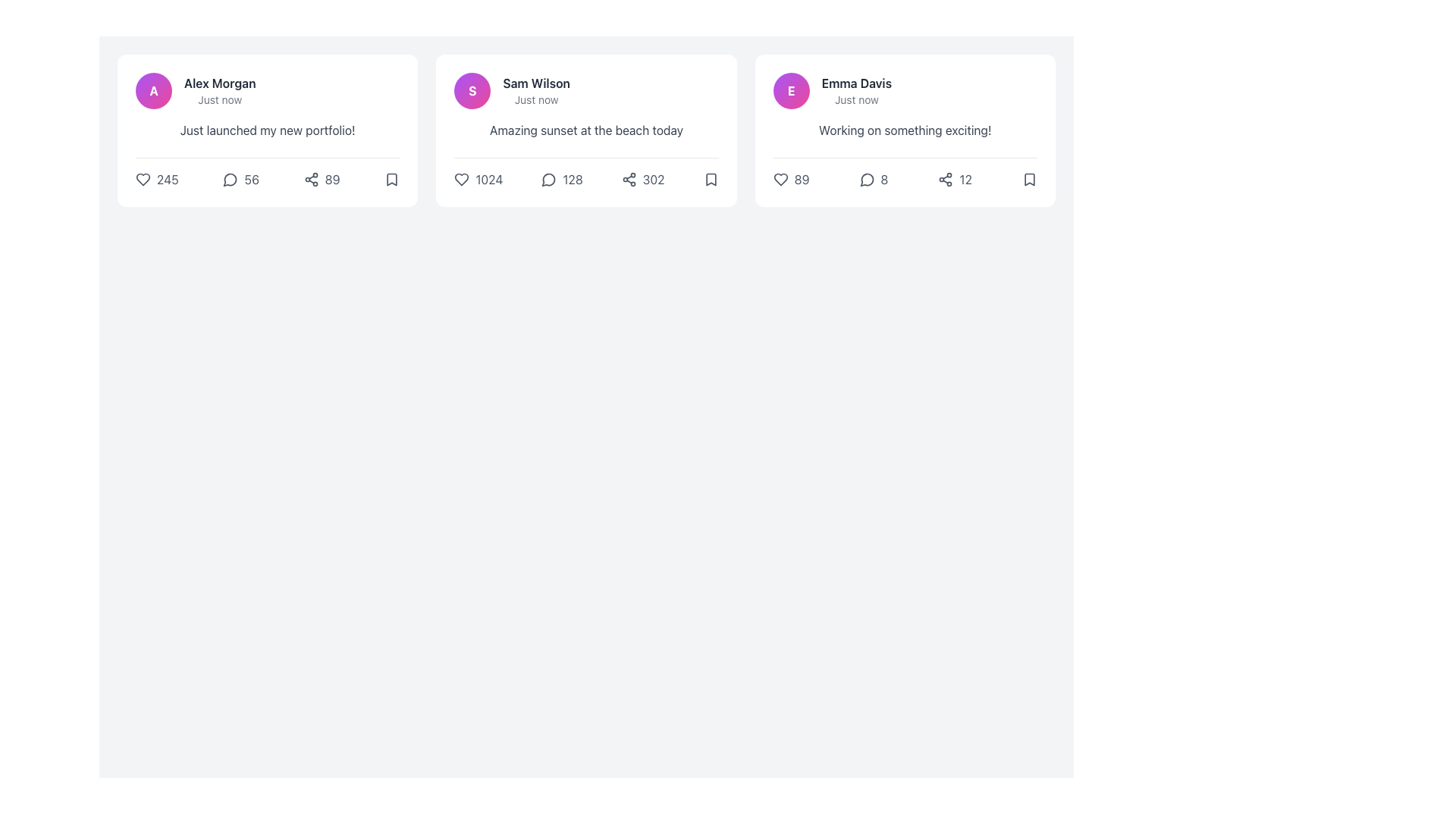 The height and width of the screenshot is (819, 1456). What do you see at coordinates (310, 178) in the screenshot?
I see `the share icon button located in the lower-right corner of the post card, which is the third clickable element in the row of interactive icons beneath the post content, to trigger a tooltip or feedback` at bounding box center [310, 178].